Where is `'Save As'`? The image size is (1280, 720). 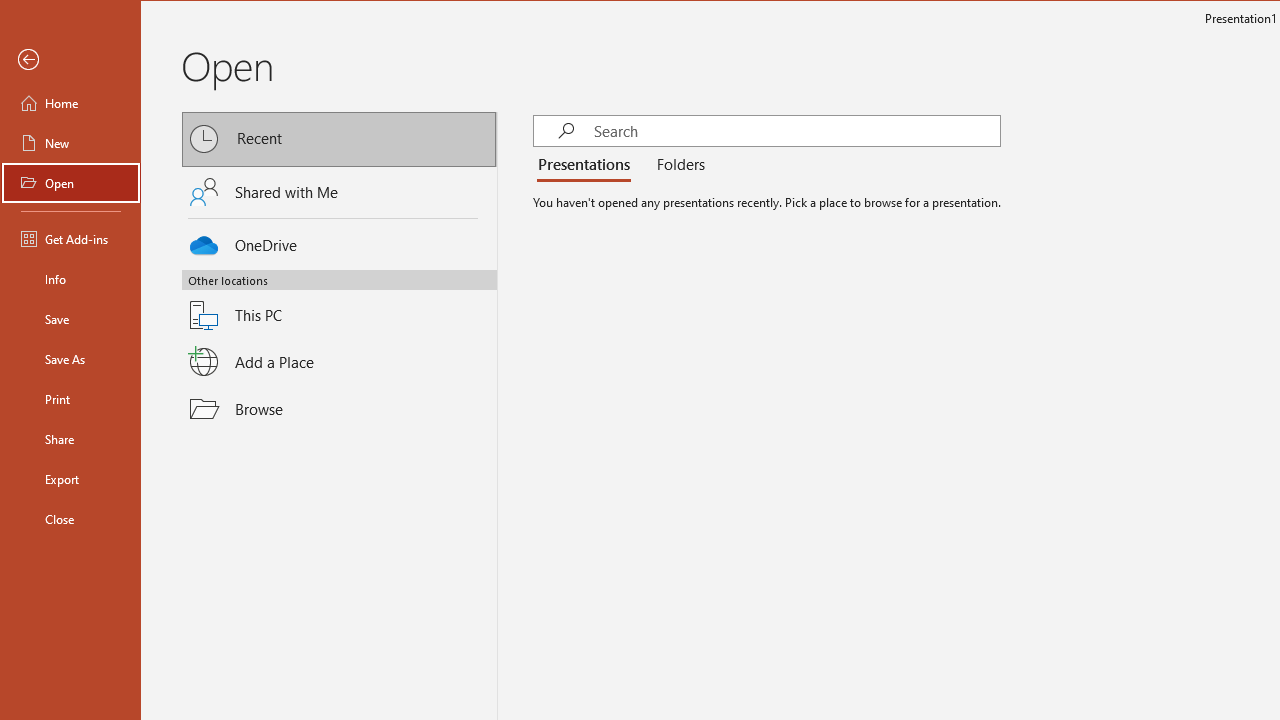
'Save As' is located at coordinates (71, 357).